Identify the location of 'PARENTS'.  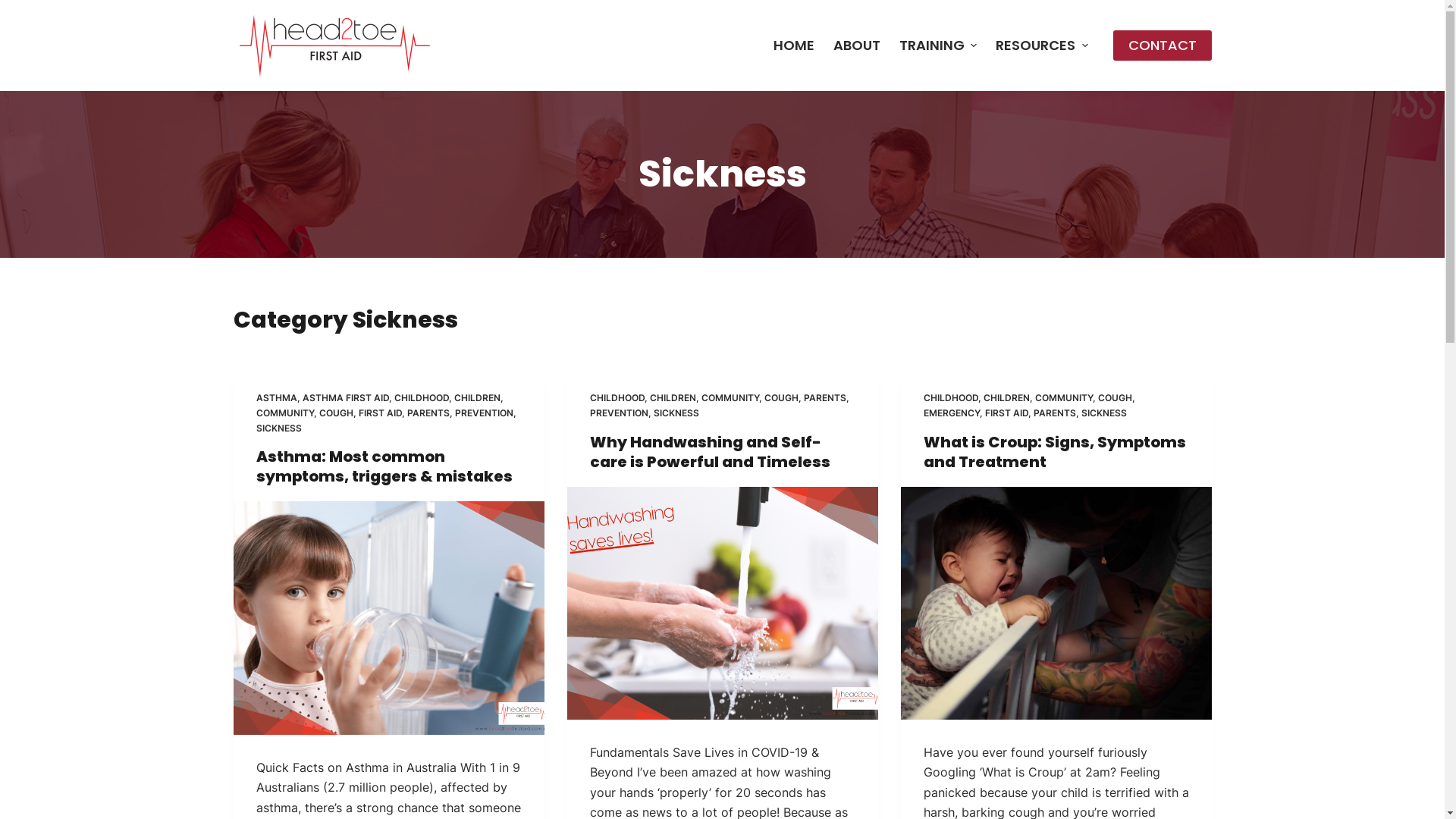
(1053, 413).